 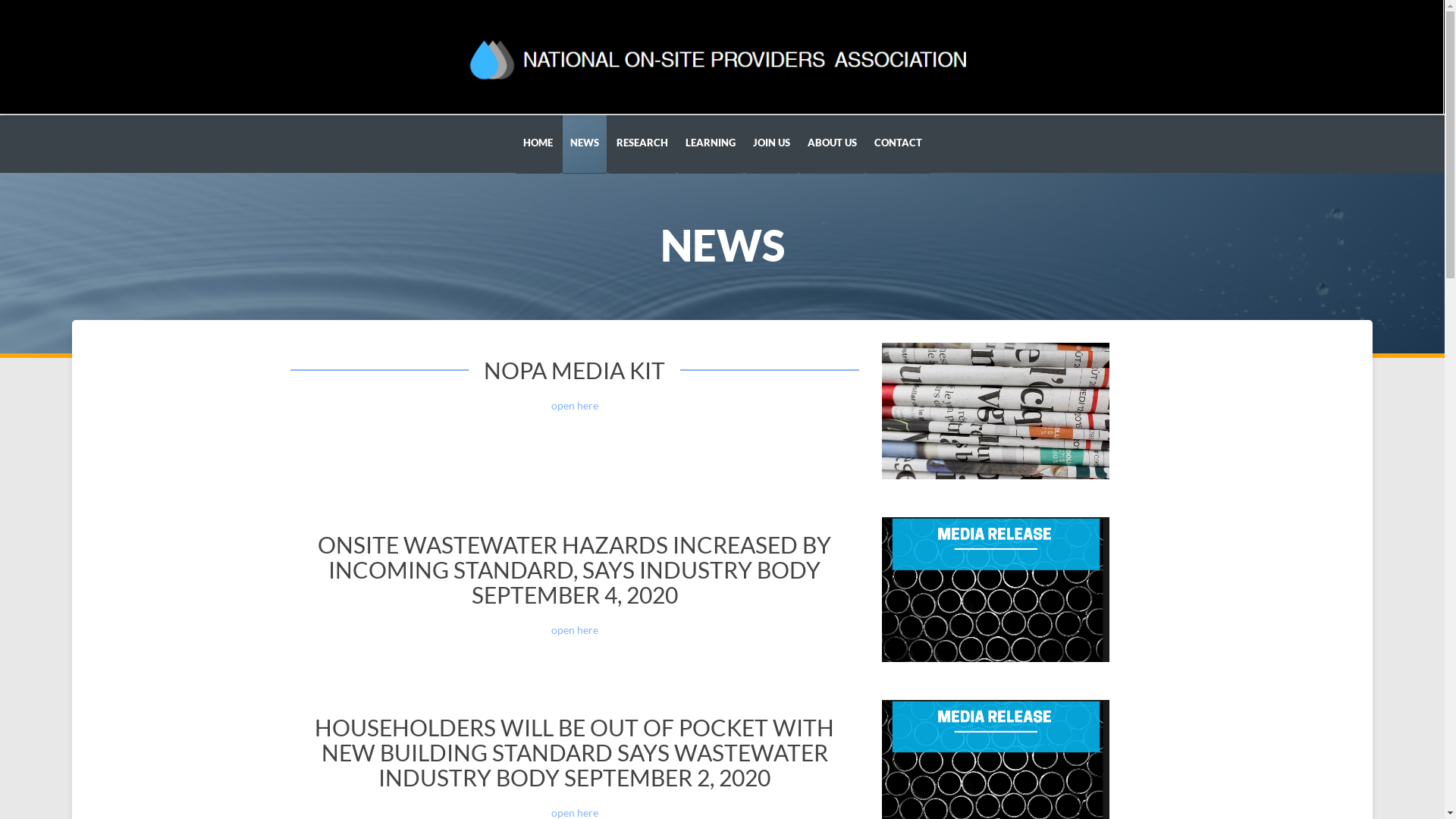 I want to click on 'JOIN US', so click(x=770, y=144).